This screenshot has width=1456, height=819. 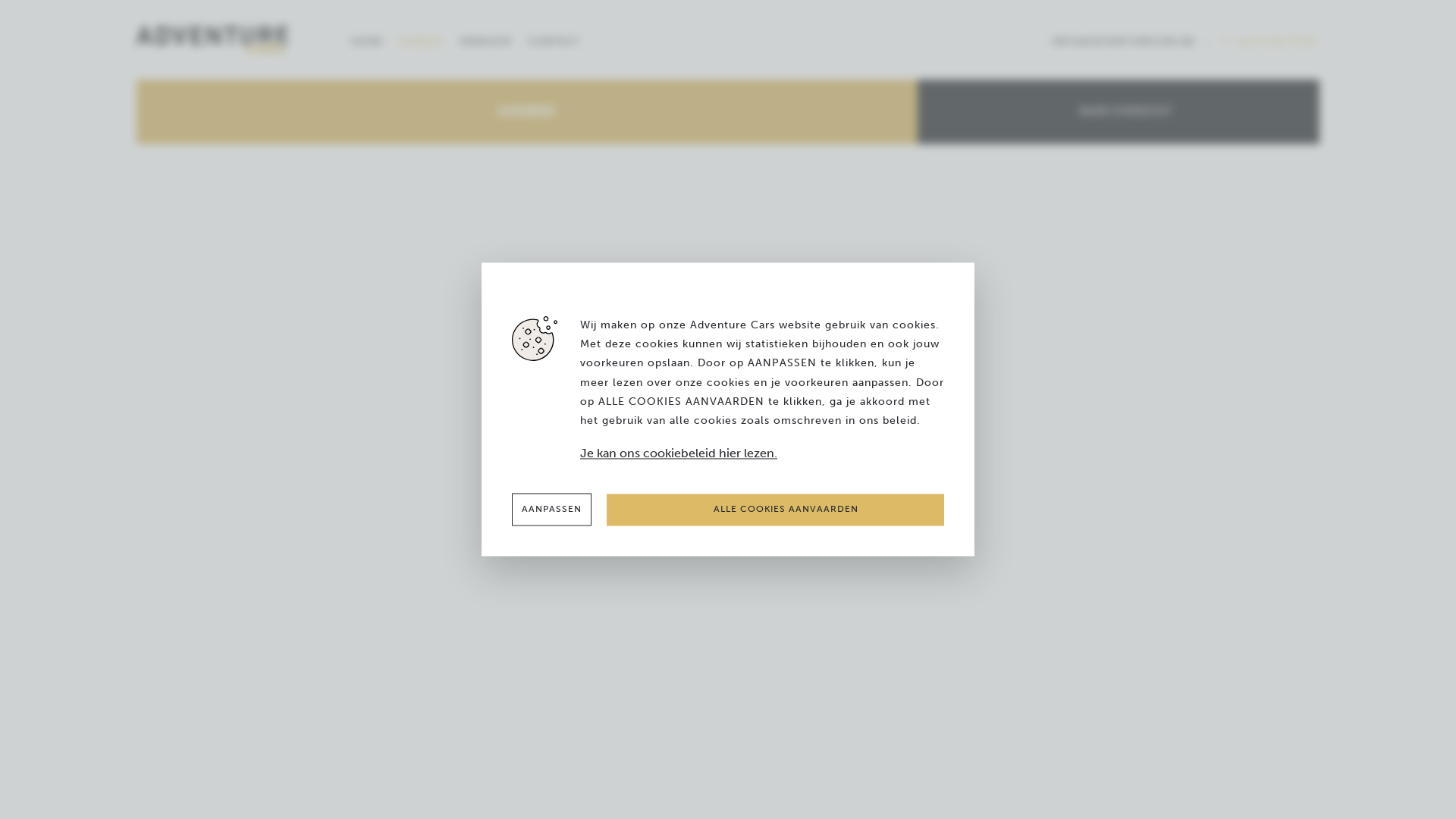 What do you see at coordinates (520, 39) in the screenshot?
I see `'CONTACT'` at bounding box center [520, 39].